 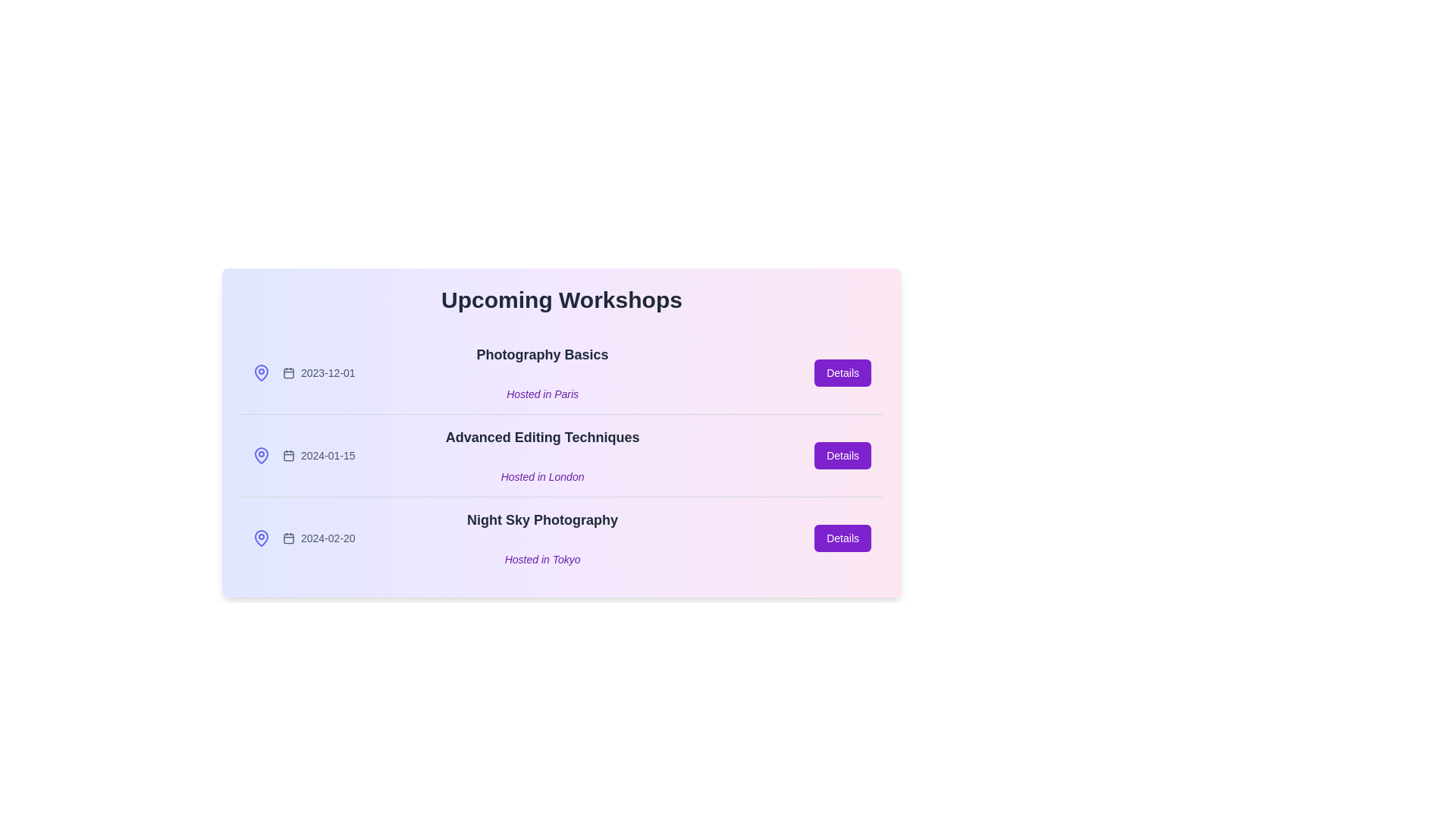 What do you see at coordinates (842, 537) in the screenshot?
I see `the 'Details' button for the workshop titled 'Night Sky Photography'` at bounding box center [842, 537].